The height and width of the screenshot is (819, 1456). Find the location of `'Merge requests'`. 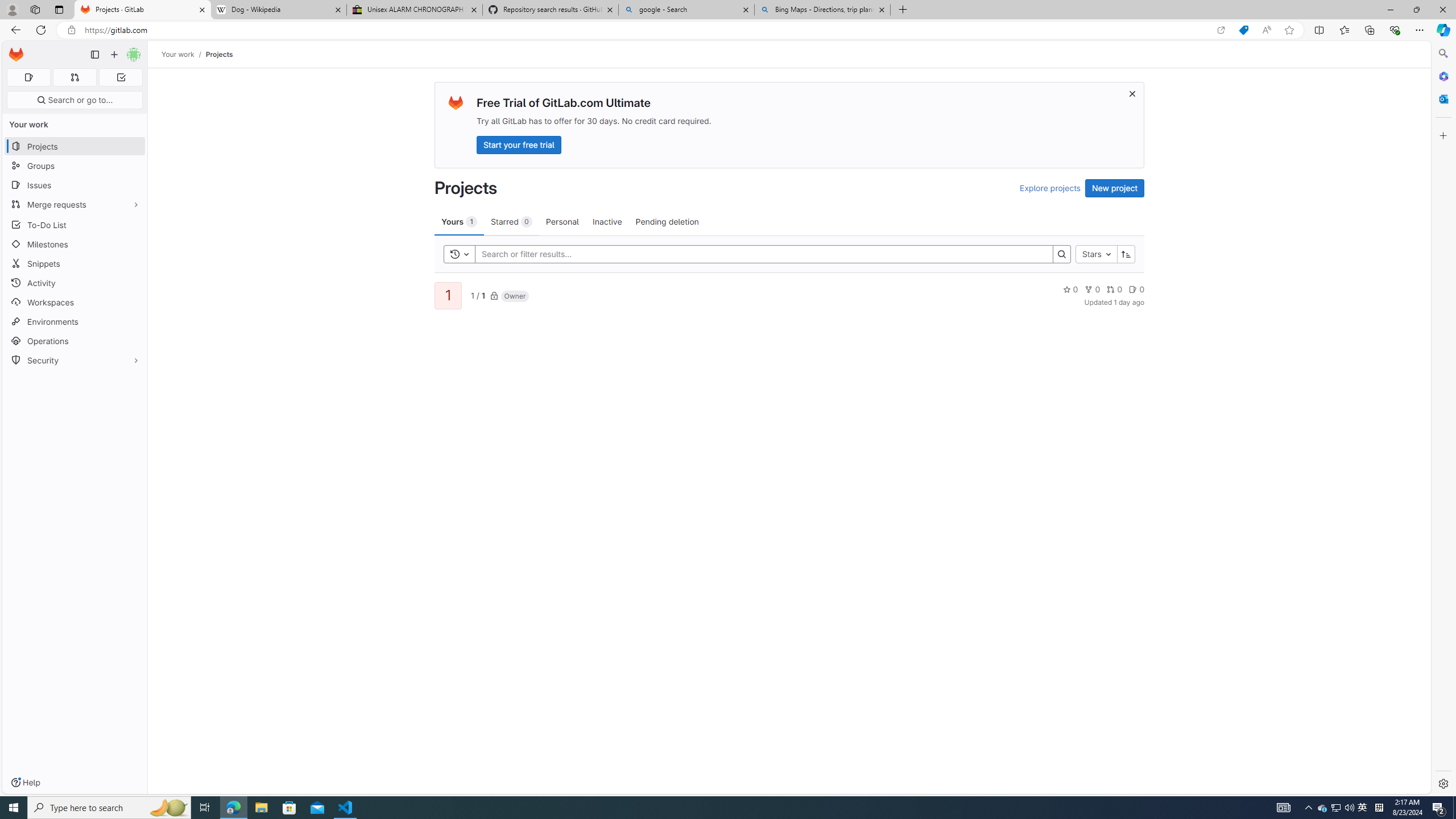

'Merge requests' is located at coordinates (74, 204).